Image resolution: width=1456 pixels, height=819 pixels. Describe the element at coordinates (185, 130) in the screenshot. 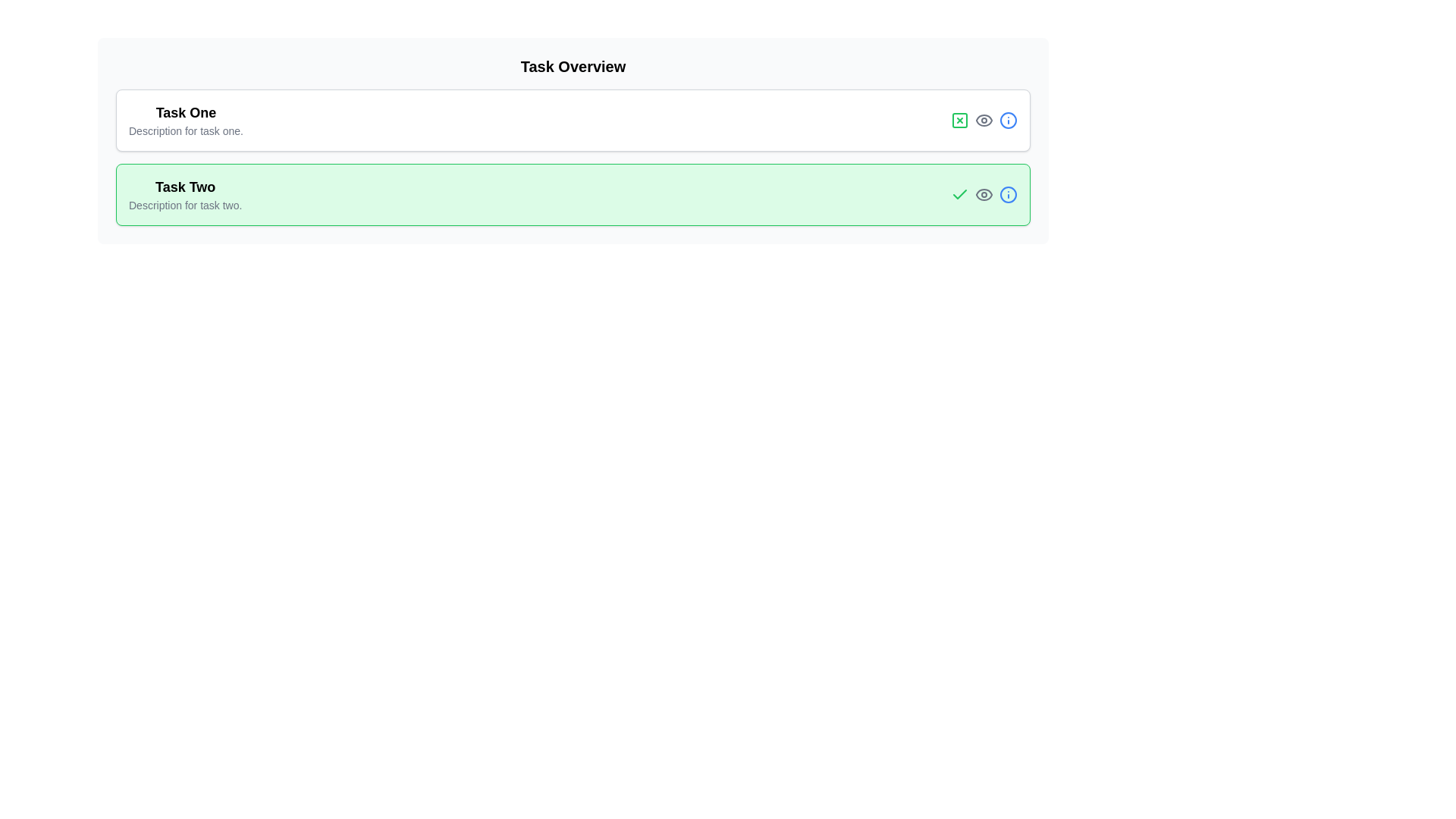

I see `the Text label displaying 'Description for task one.' located below the title 'Task One' in the first task card` at that location.